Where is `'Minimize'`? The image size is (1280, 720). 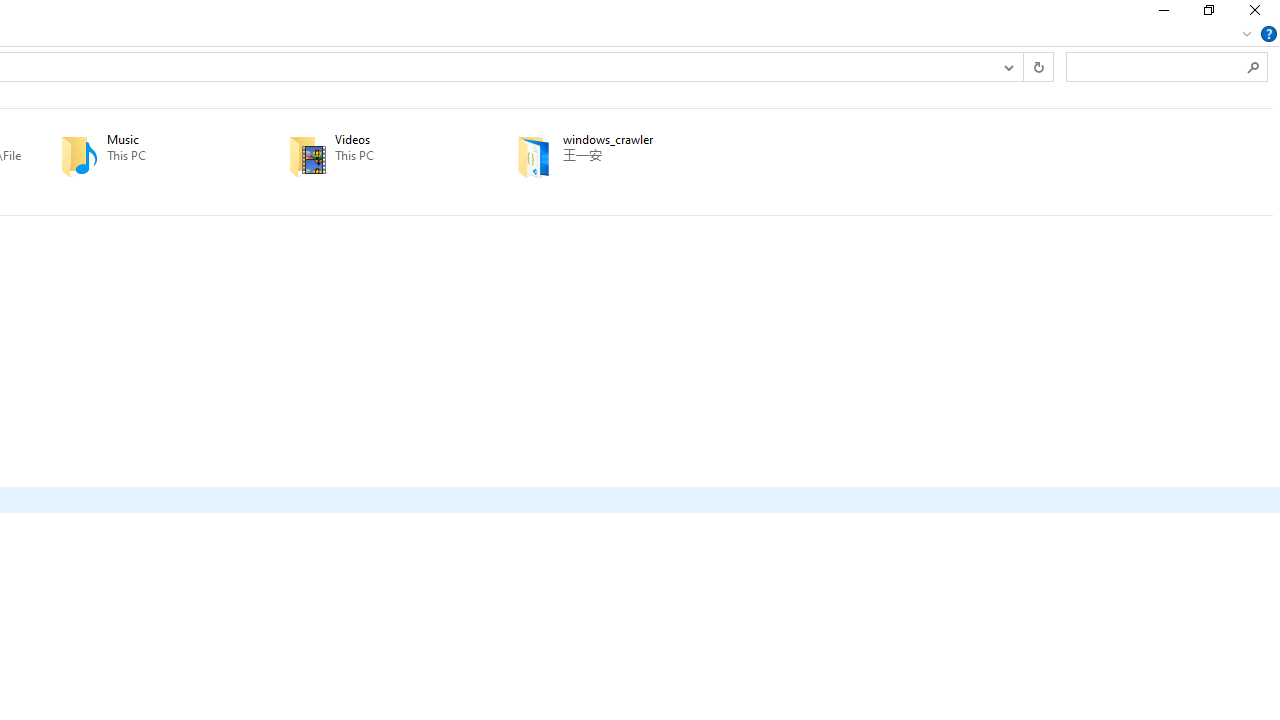 'Minimize' is located at coordinates (1162, 15).